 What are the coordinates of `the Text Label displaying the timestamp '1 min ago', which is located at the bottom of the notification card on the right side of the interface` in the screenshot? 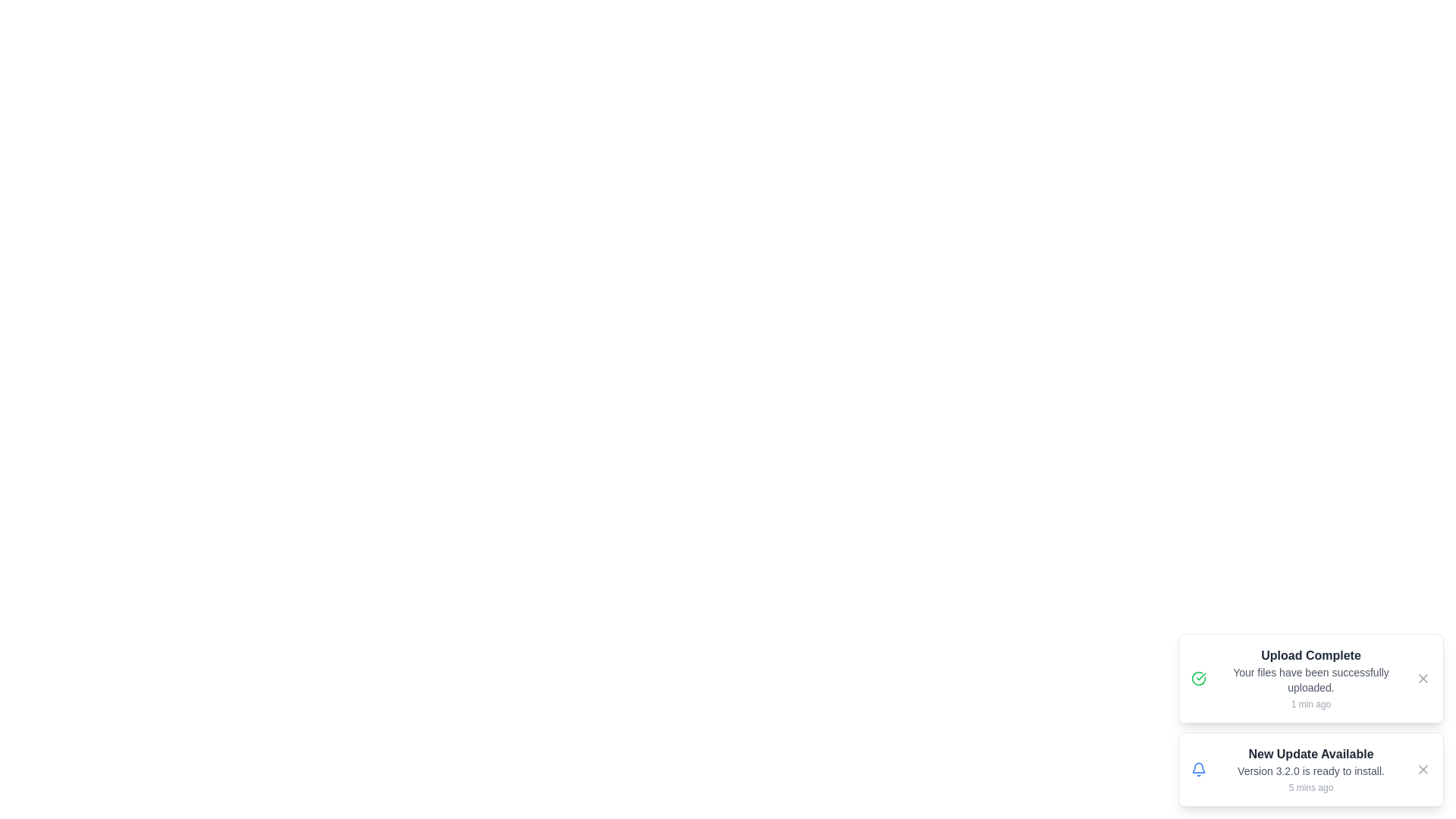 It's located at (1310, 704).